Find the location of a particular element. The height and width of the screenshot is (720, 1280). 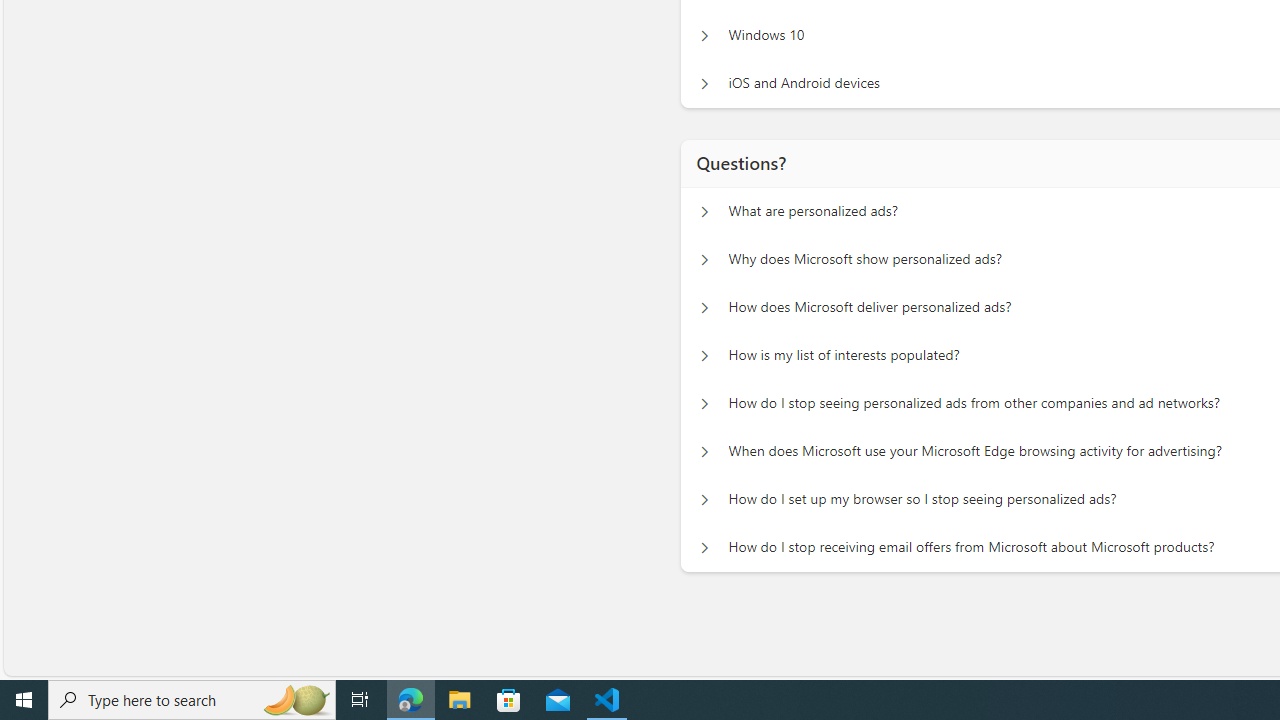

'Questions? How does Microsoft deliver personalized ads?' is located at coordinates (702, 308).